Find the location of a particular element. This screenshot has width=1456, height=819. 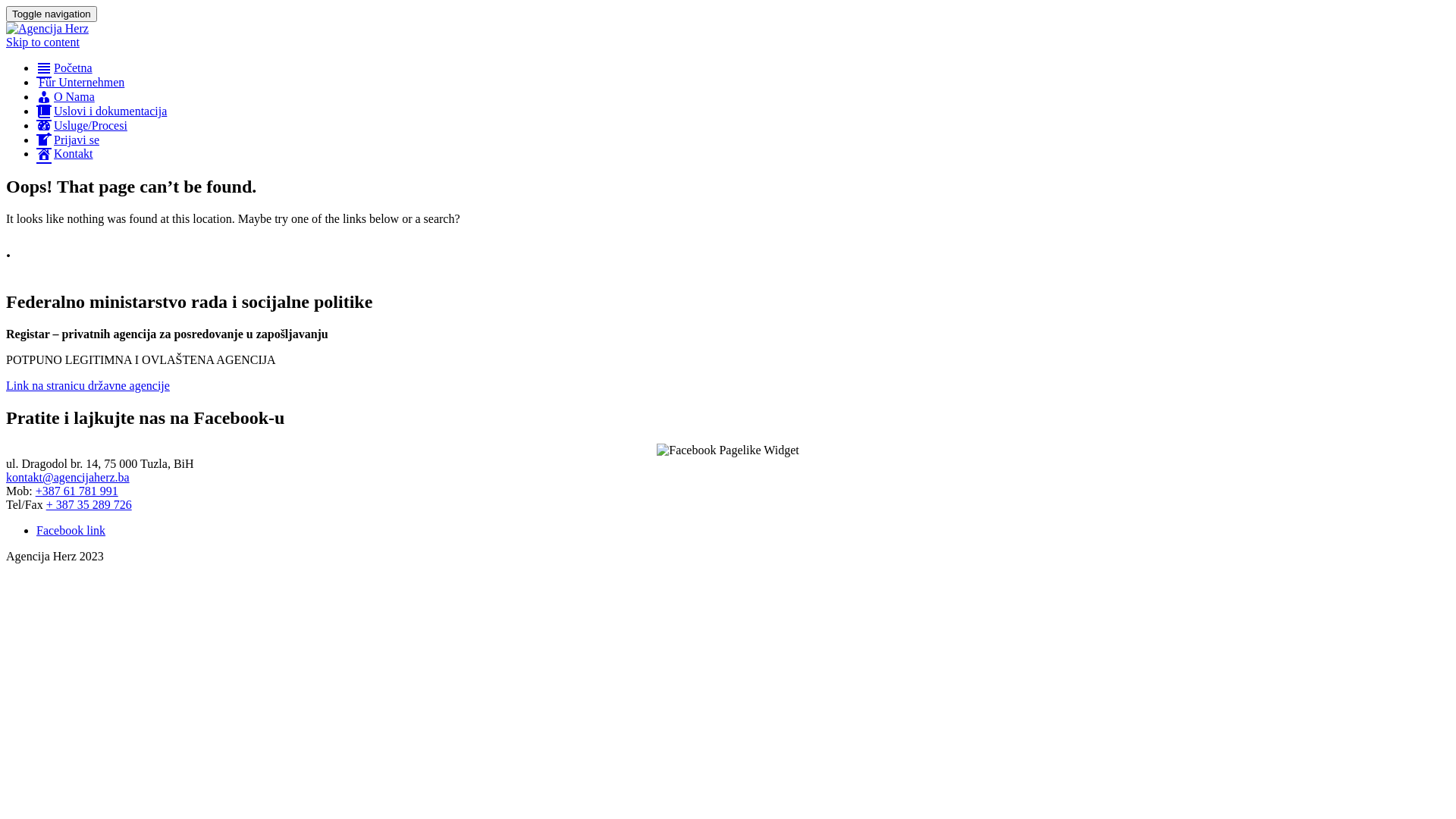

'O Nama' is located at coordinates (36, 96).